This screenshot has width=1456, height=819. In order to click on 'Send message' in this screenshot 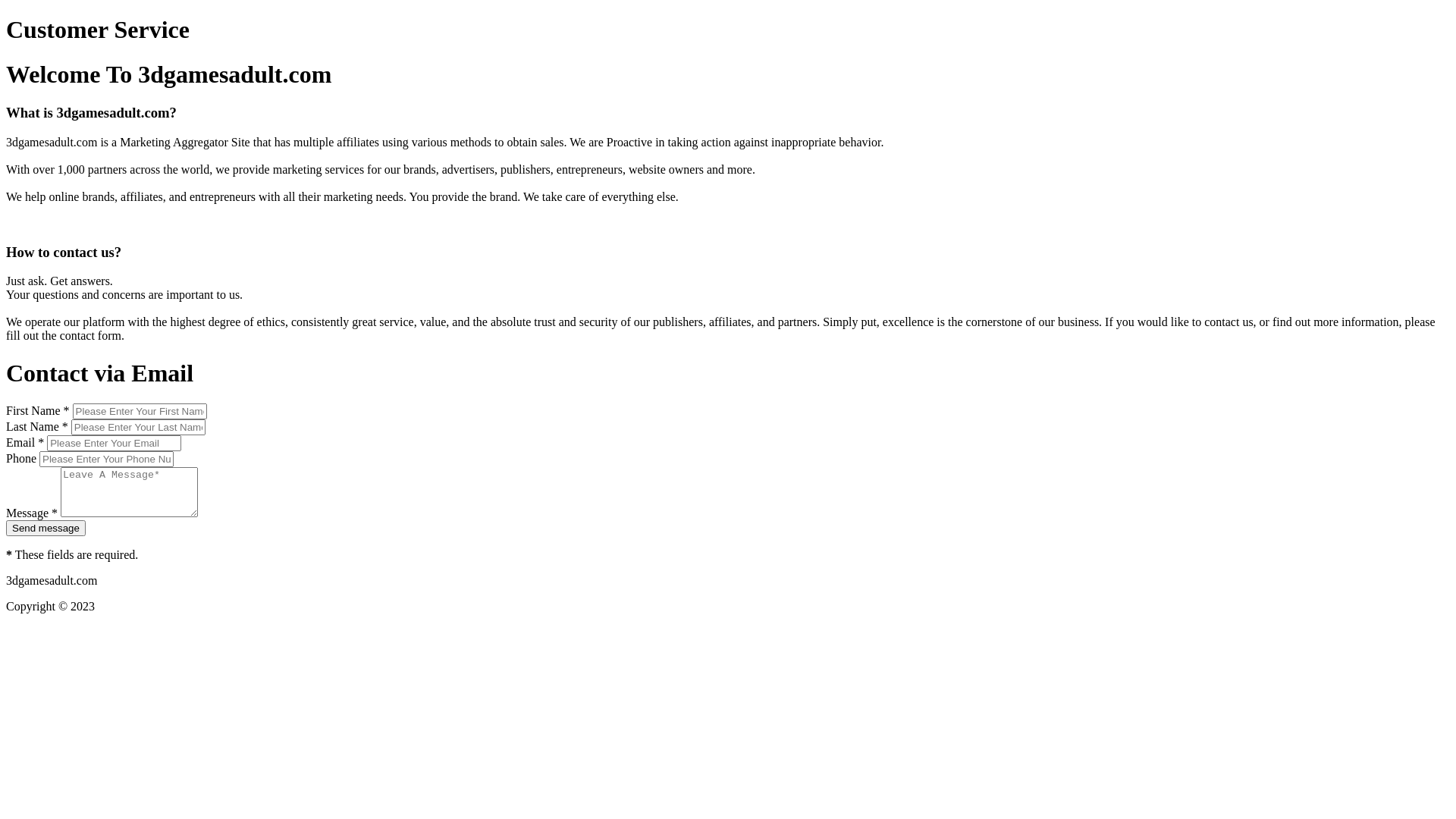, I will do `click(45, 527)`.